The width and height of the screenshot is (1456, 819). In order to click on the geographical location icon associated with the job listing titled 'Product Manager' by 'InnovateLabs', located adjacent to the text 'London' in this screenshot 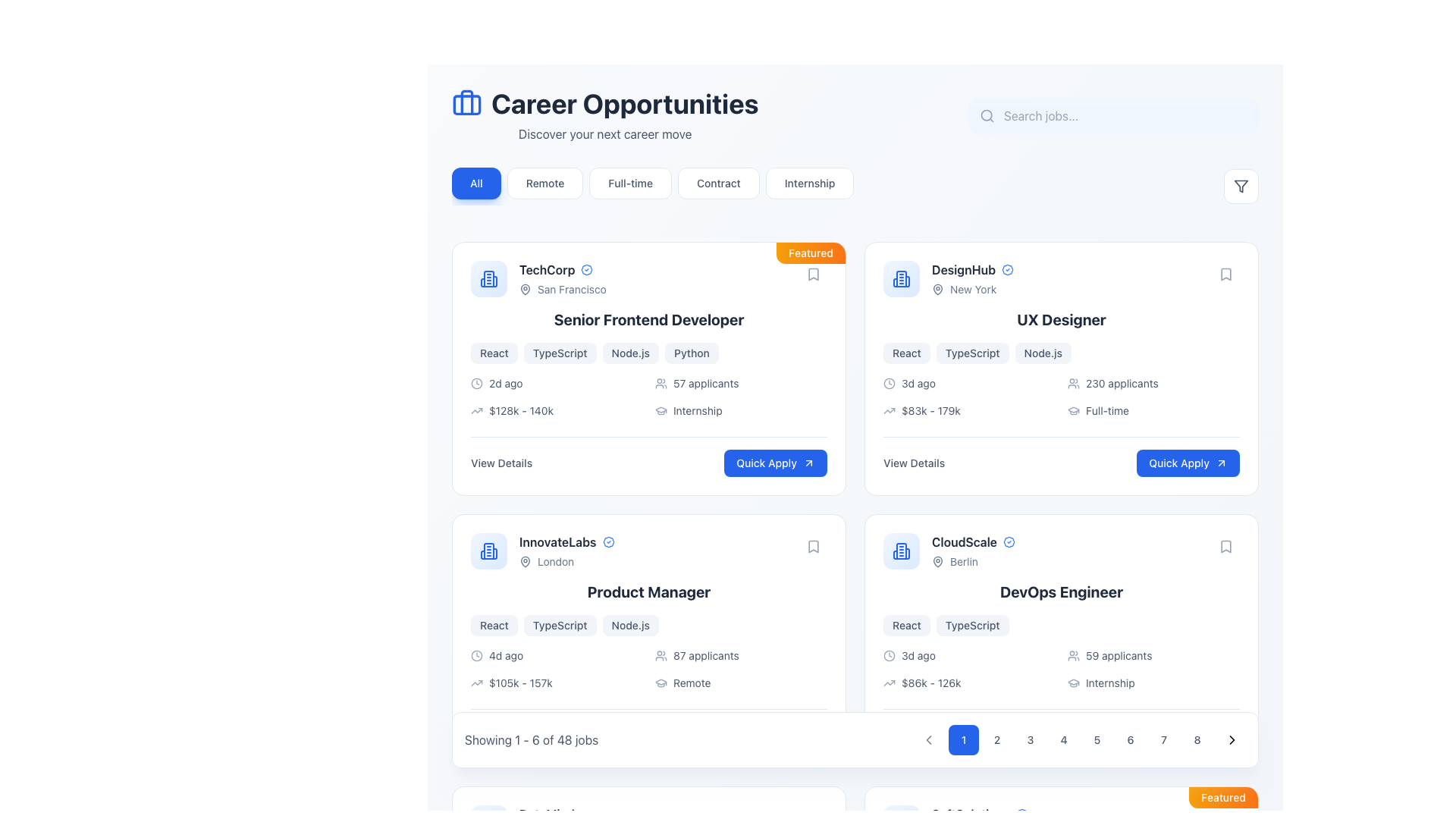, I will do `click(525, 561)`.